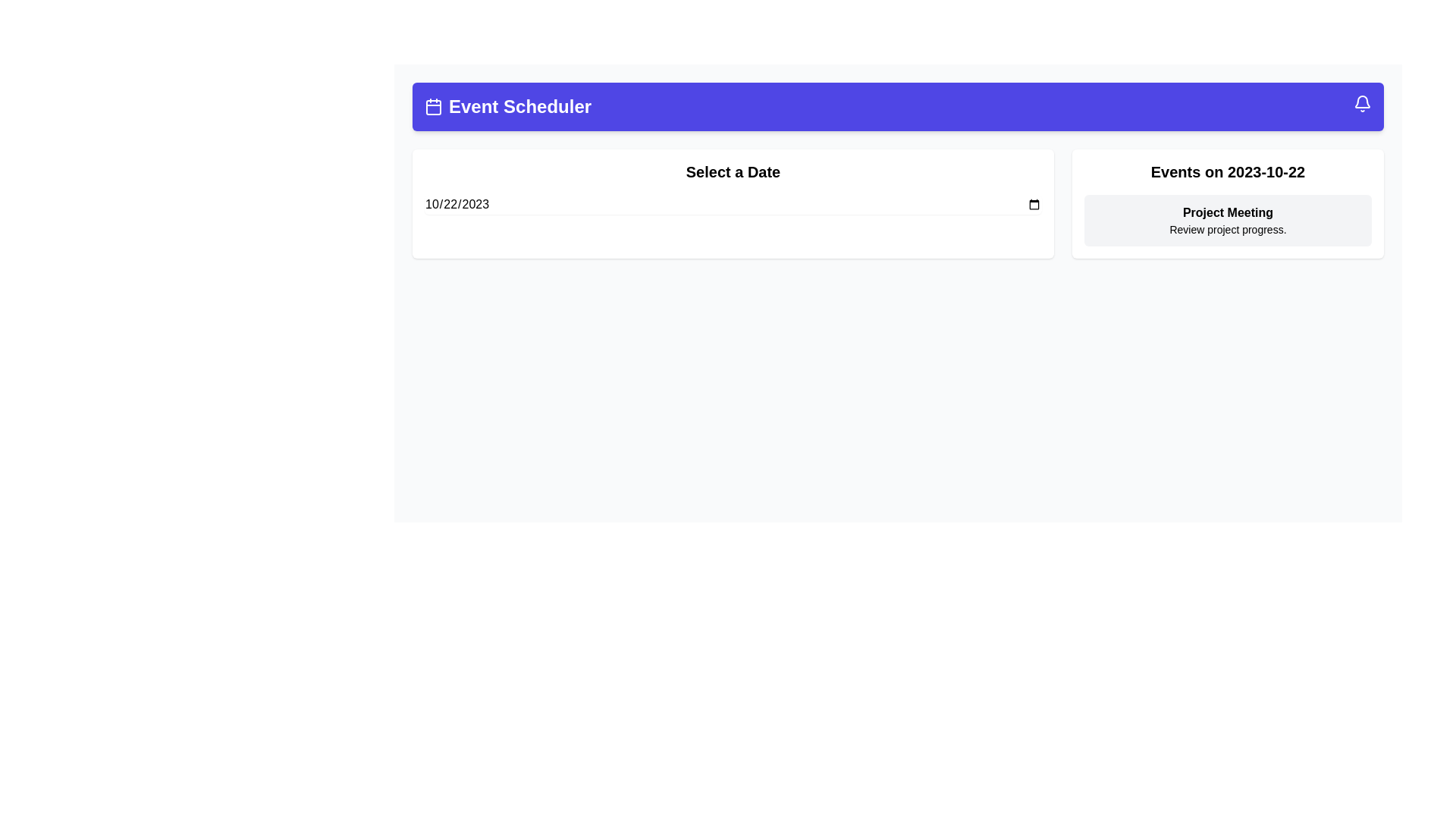 The height and width of the screenshot is (819, 1456). Describe the element at coordinates (508, 106) in the screenshot. I see `text displayed on the Text Label that serves as the header for the event scheduling interface, located in the horizontal navigation bar with a purple background` at that location.